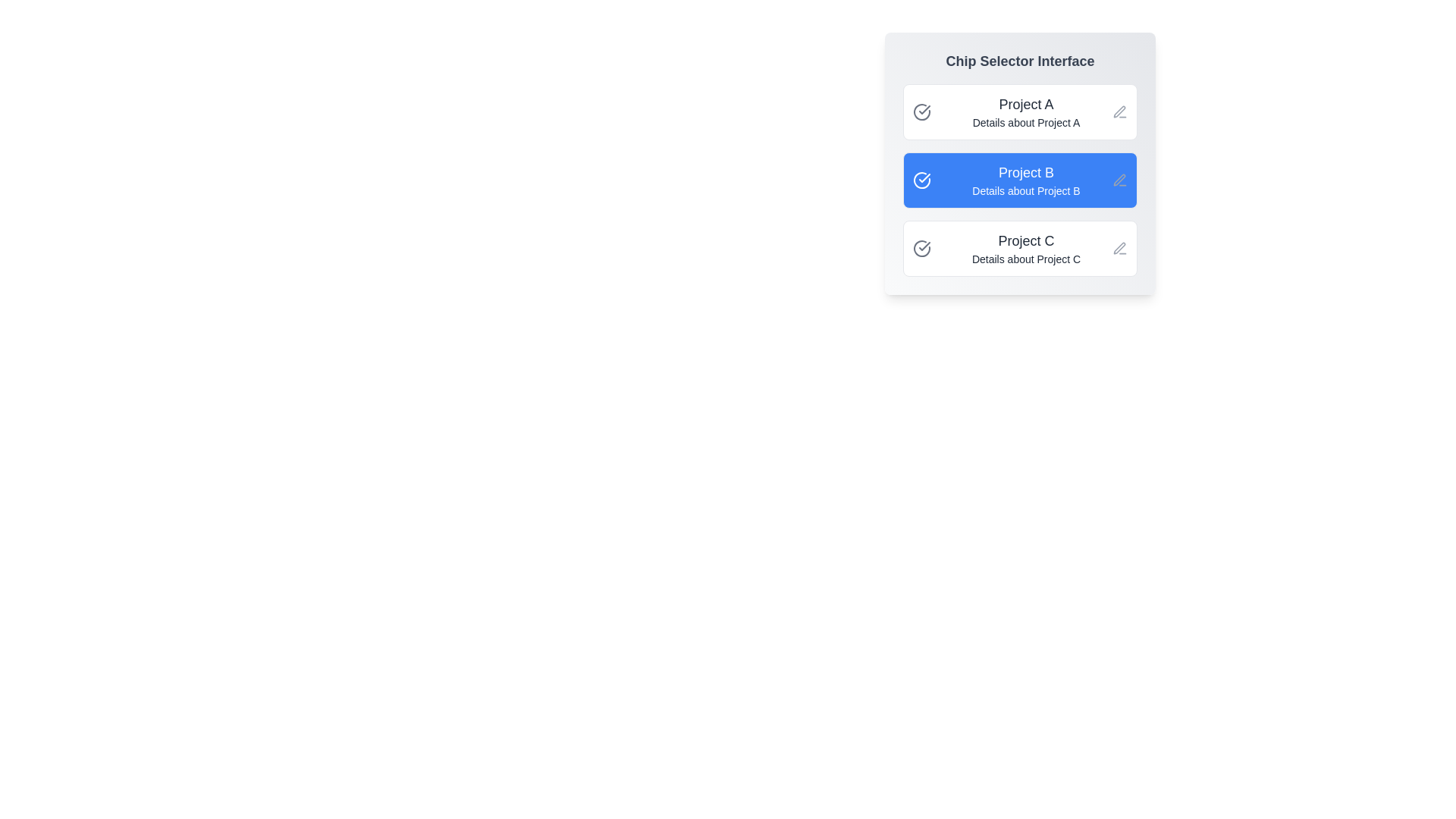 The width and height of the screenshot is (1456, 819). Describe the element at coordinates (1020, 247) in the screenshot. I see `the chip corresponding to Project C to toggle its active state` at that location.